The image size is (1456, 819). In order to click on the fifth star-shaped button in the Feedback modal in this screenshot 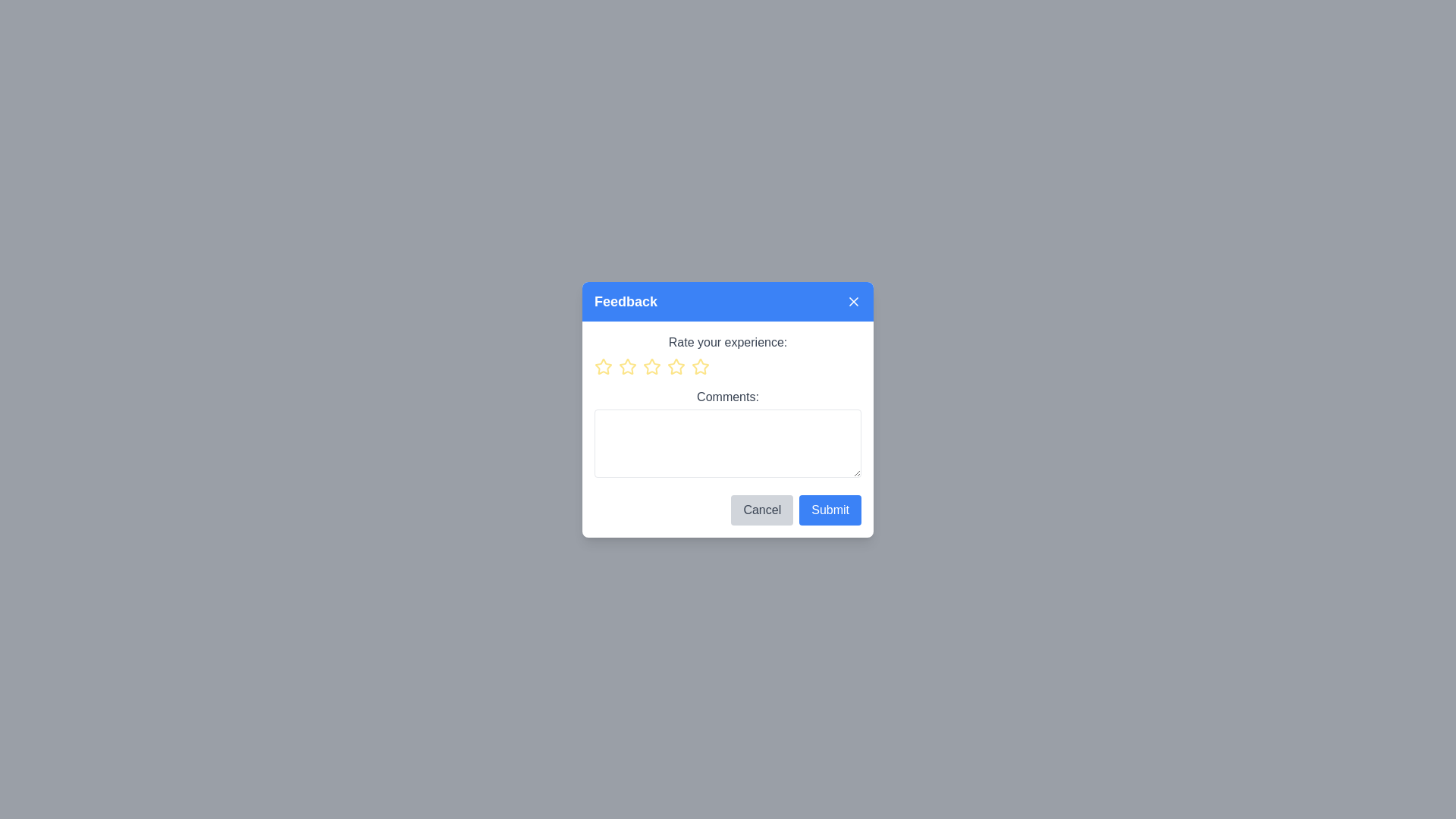, I will do `click(700, 366)`.